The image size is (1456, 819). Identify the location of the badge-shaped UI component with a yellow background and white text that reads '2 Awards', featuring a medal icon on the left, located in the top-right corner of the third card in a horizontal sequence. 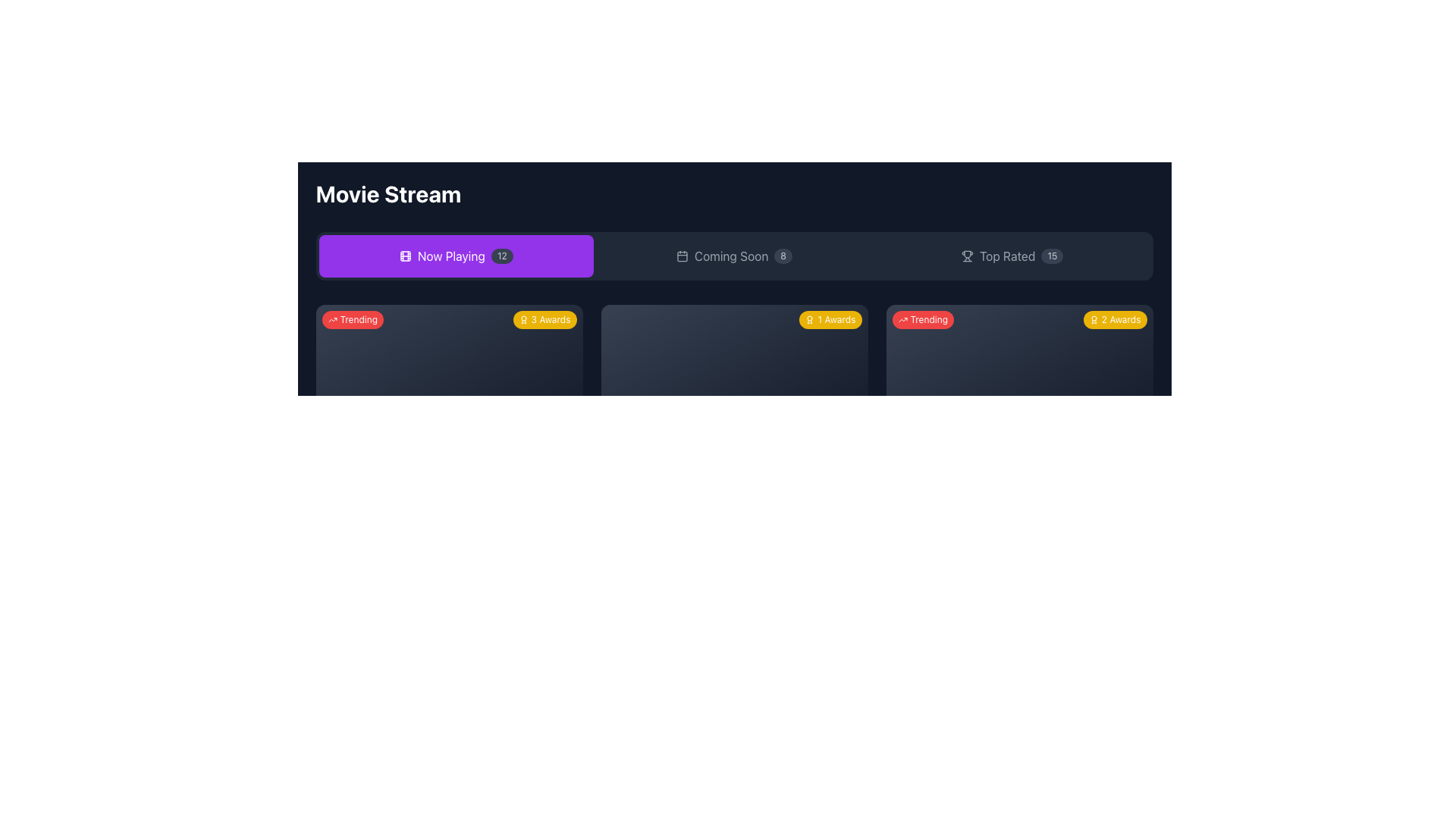
(1115, 318).